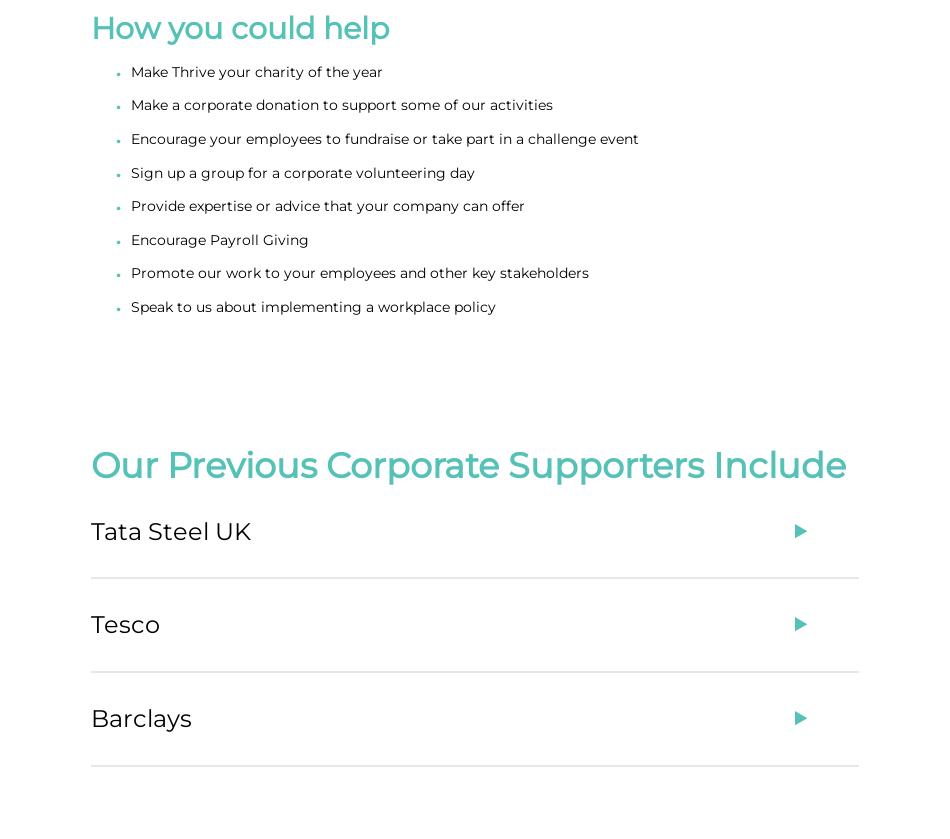 Image resolution: width=950 pixels, height=839 pixels. I want to click on 'Sign up a group for a corporate volunteering day', so click(131, 171).